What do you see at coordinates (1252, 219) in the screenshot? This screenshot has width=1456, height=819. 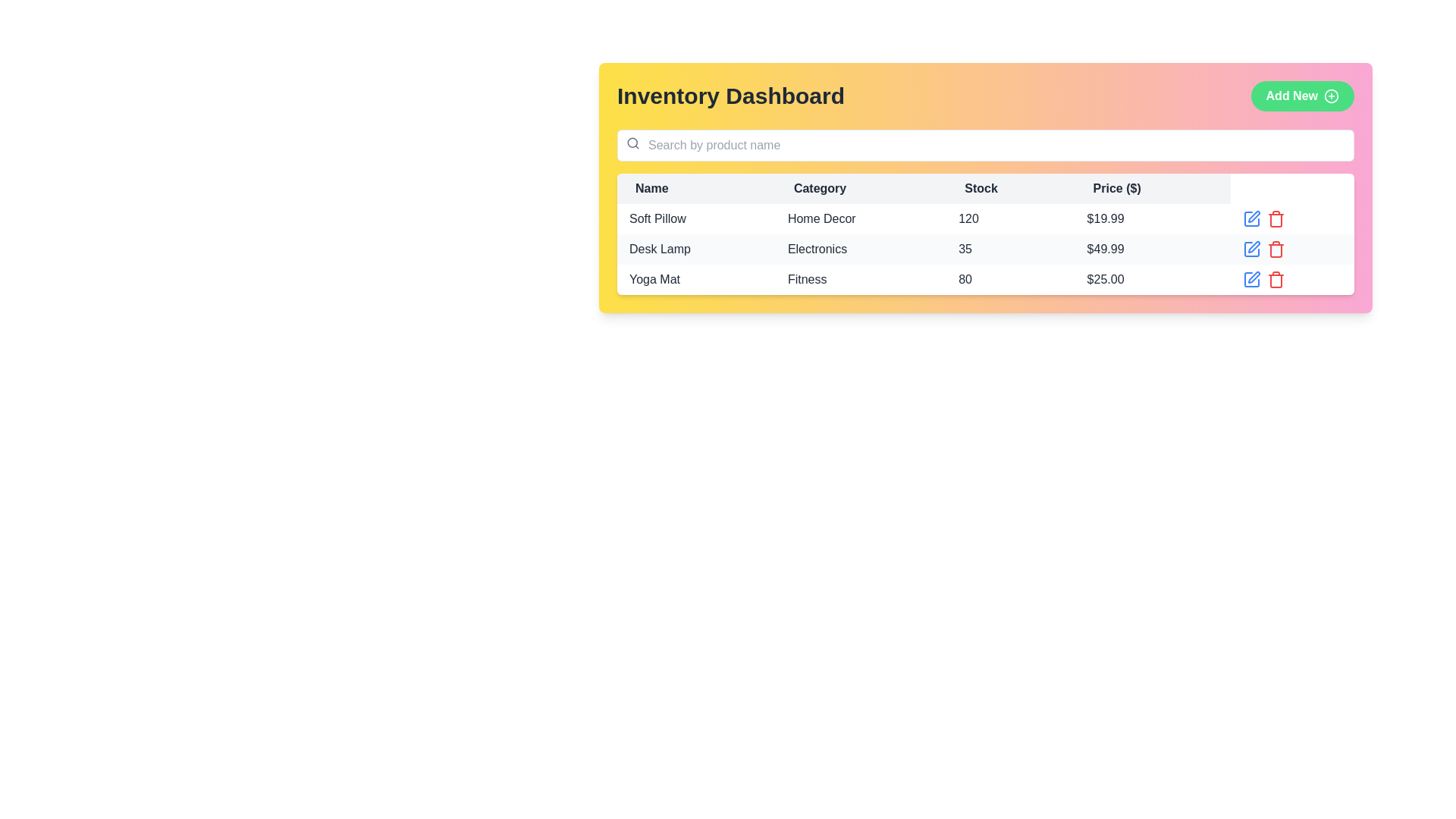 I see `the edit button located in the last column of the first row in the 'Price ($)' section to initiate editing` at bounding box center [1252, 219].